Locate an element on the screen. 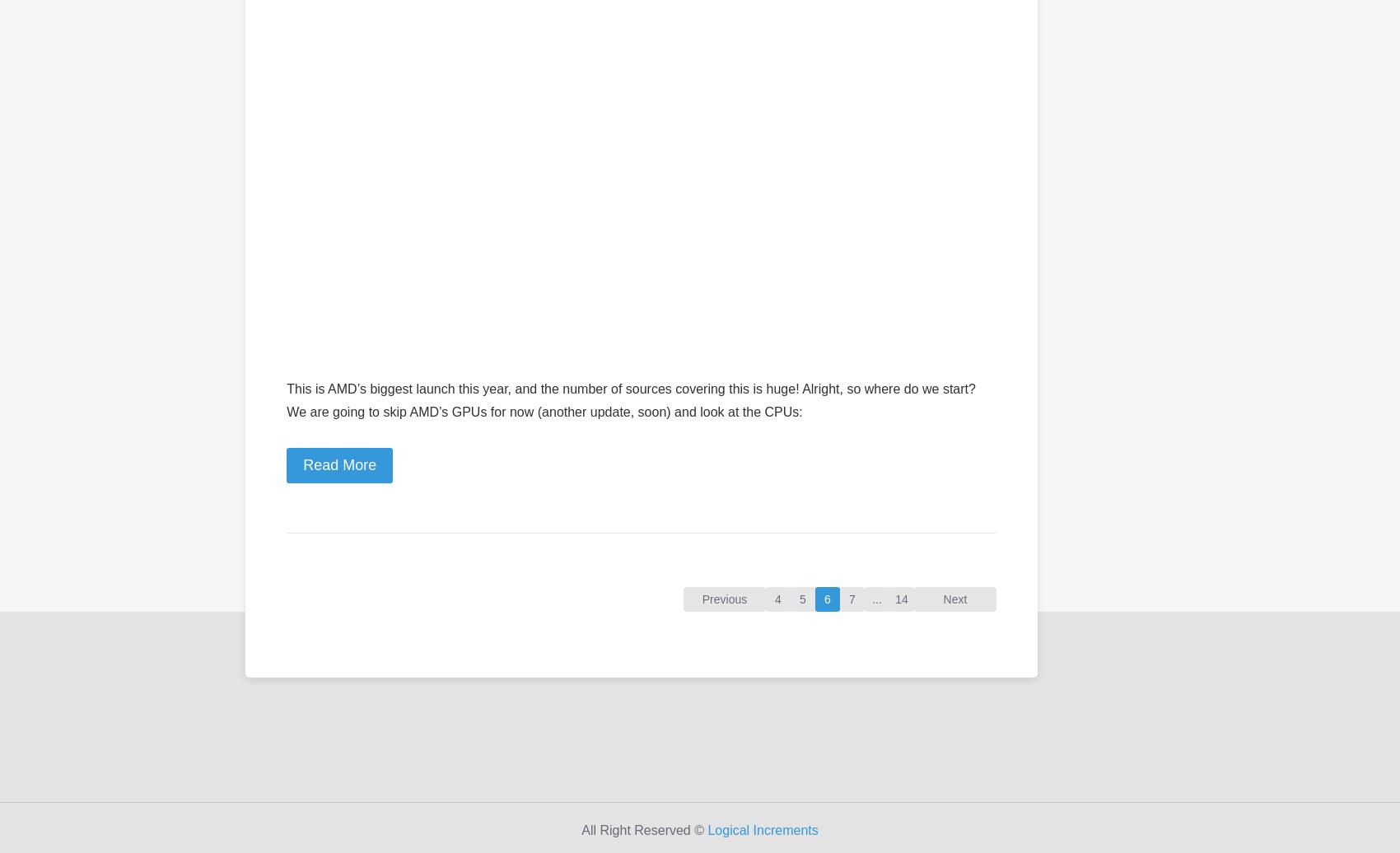  '...' is located at coordinates (870, 599).